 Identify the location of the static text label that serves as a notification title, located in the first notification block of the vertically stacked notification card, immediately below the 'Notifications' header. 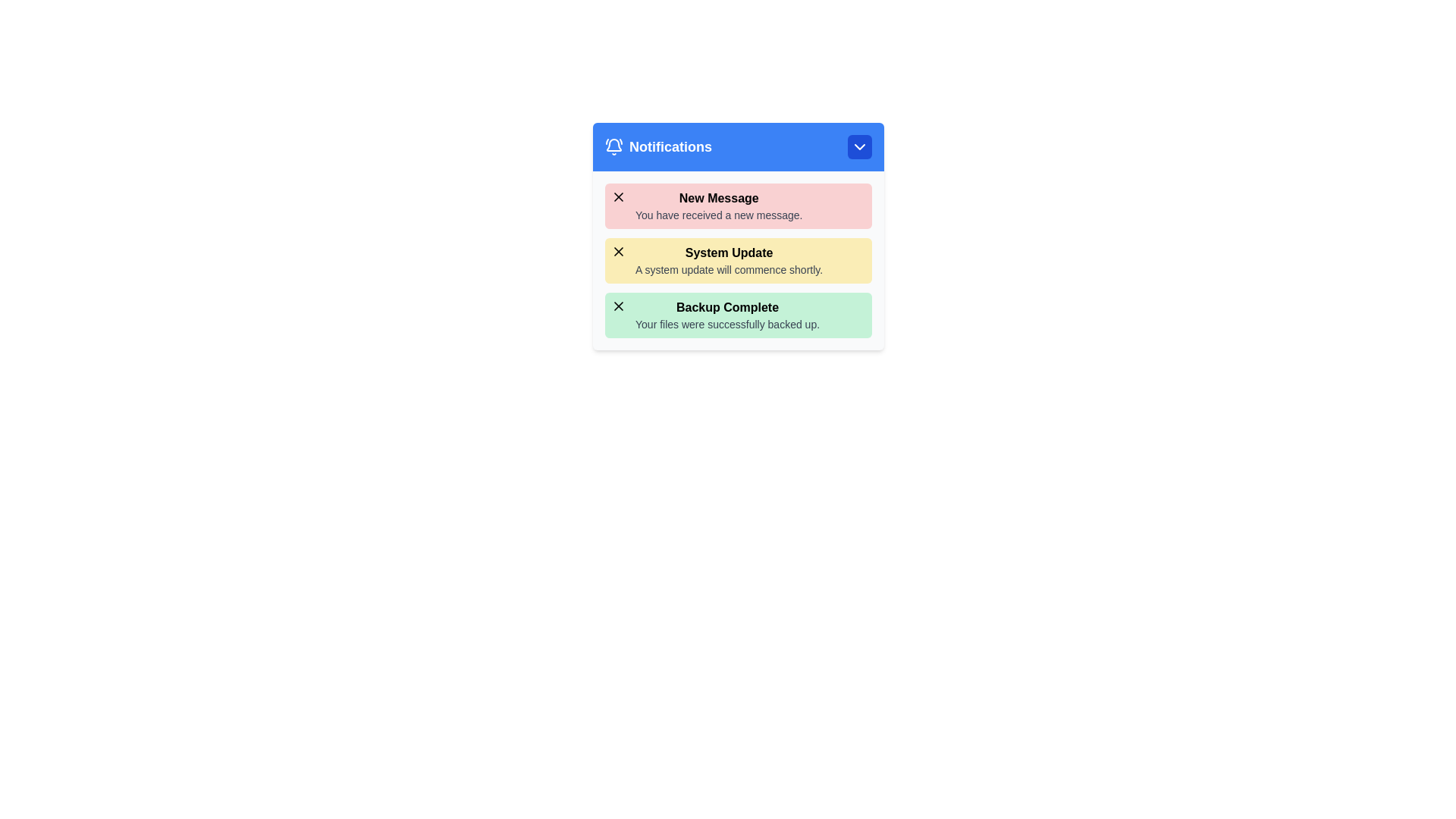
(718, 198).